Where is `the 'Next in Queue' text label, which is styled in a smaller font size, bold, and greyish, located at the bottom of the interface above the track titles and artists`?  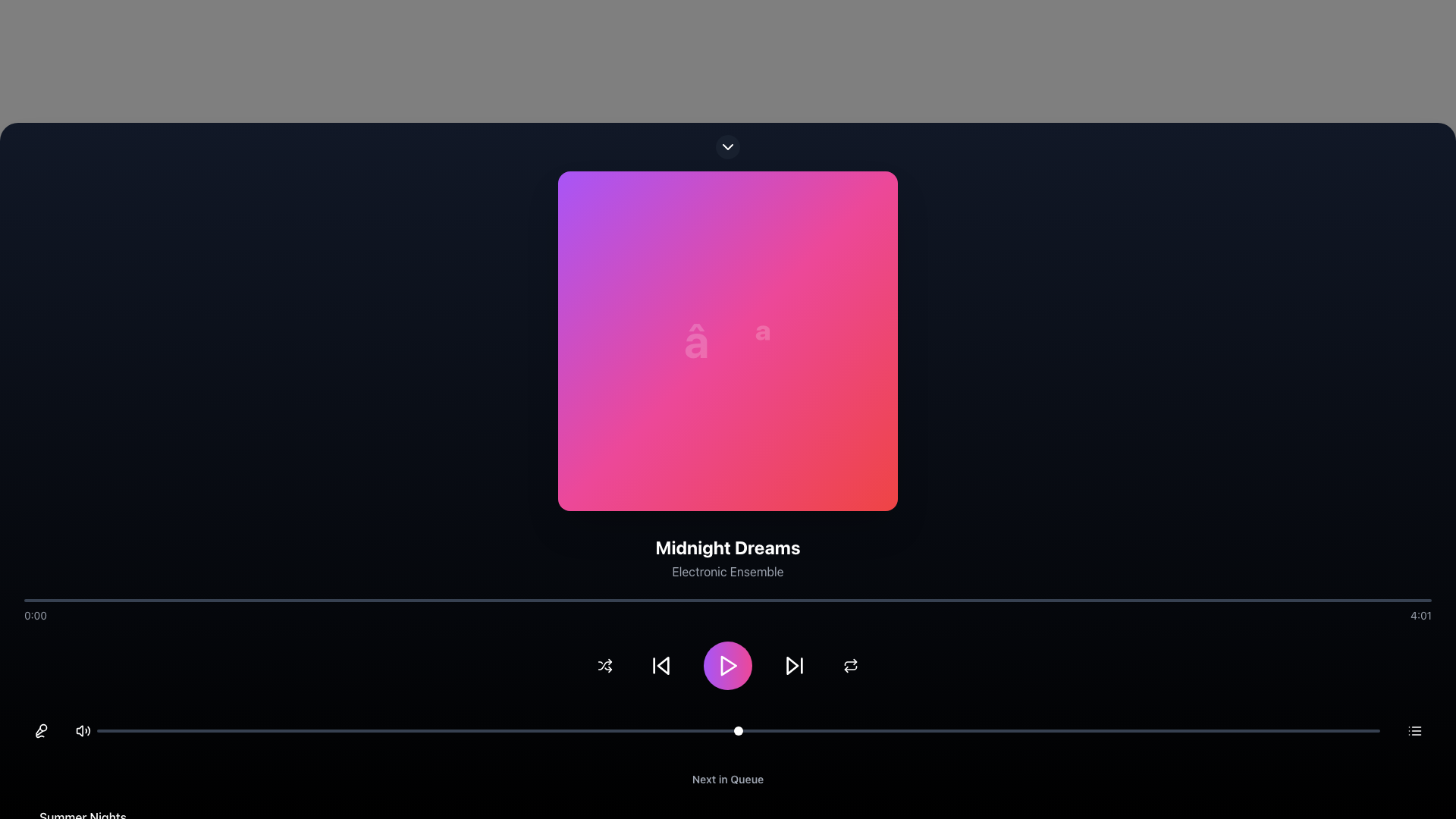 the 'Next in Queue' text label, which is styled in a smaller font size, bold, and greyish, located at the bottom of the interface above the track titles and artists is located at coordinates (728, 780).